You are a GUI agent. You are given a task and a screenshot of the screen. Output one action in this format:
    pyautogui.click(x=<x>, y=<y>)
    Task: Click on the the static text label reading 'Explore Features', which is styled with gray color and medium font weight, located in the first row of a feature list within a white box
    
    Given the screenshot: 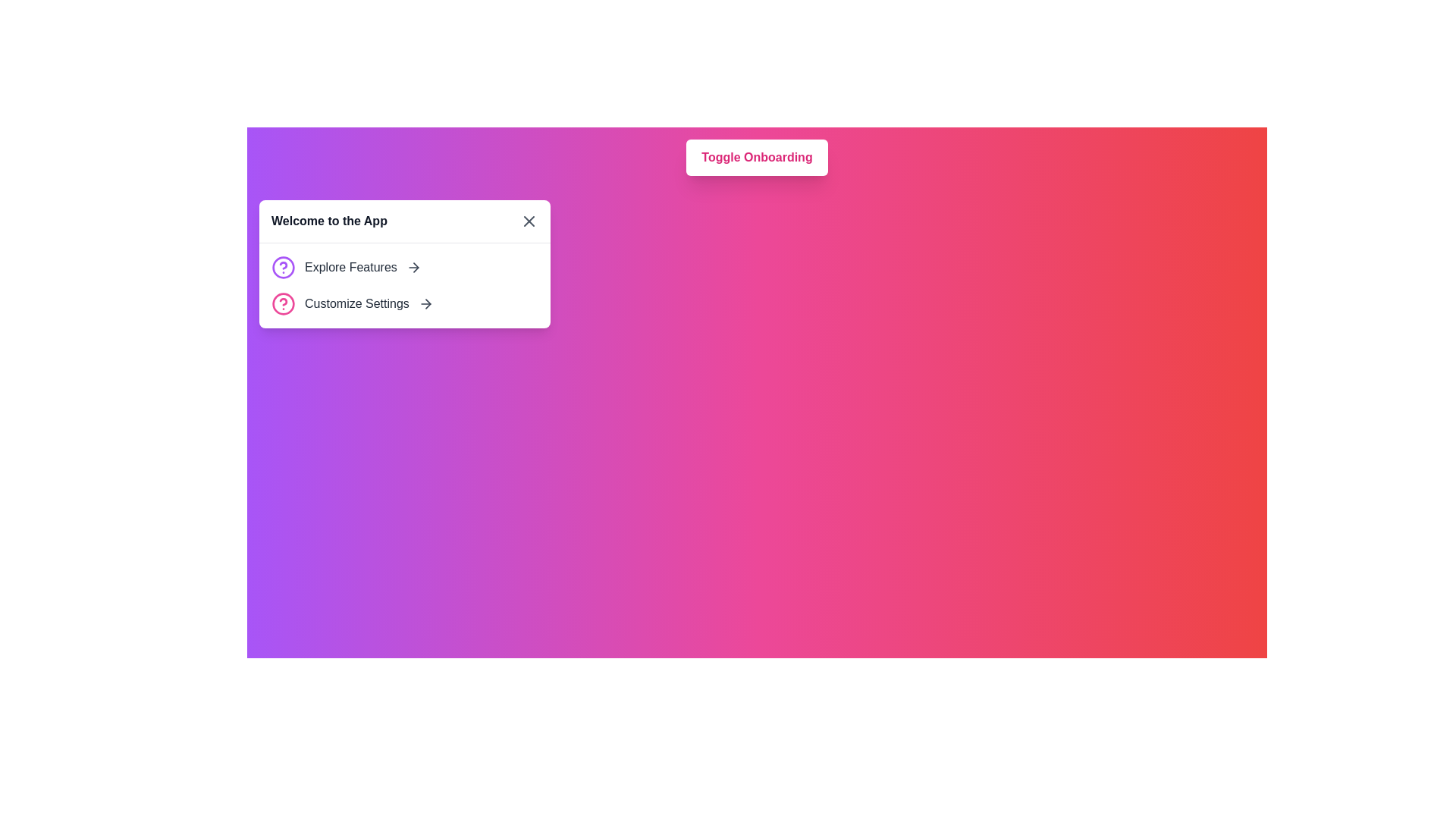 What is the action you would take?
    pyautogui.click(x=350, y=267)
    